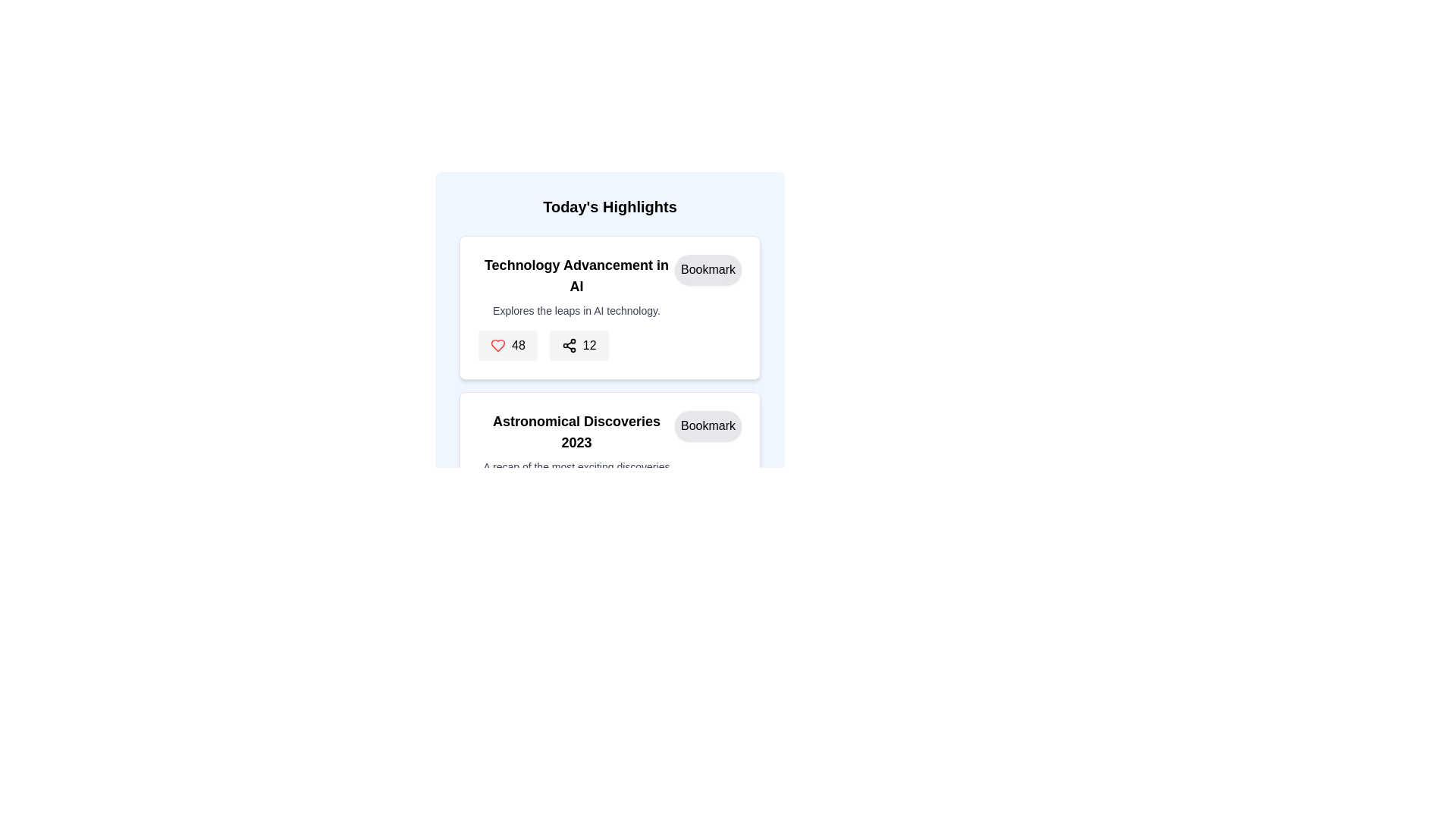 This screenshot has height=819, width=1456. I want to click on the text element providing a brief description under the heading 'Astronomical Discoveries 2023', so click(576, 473).